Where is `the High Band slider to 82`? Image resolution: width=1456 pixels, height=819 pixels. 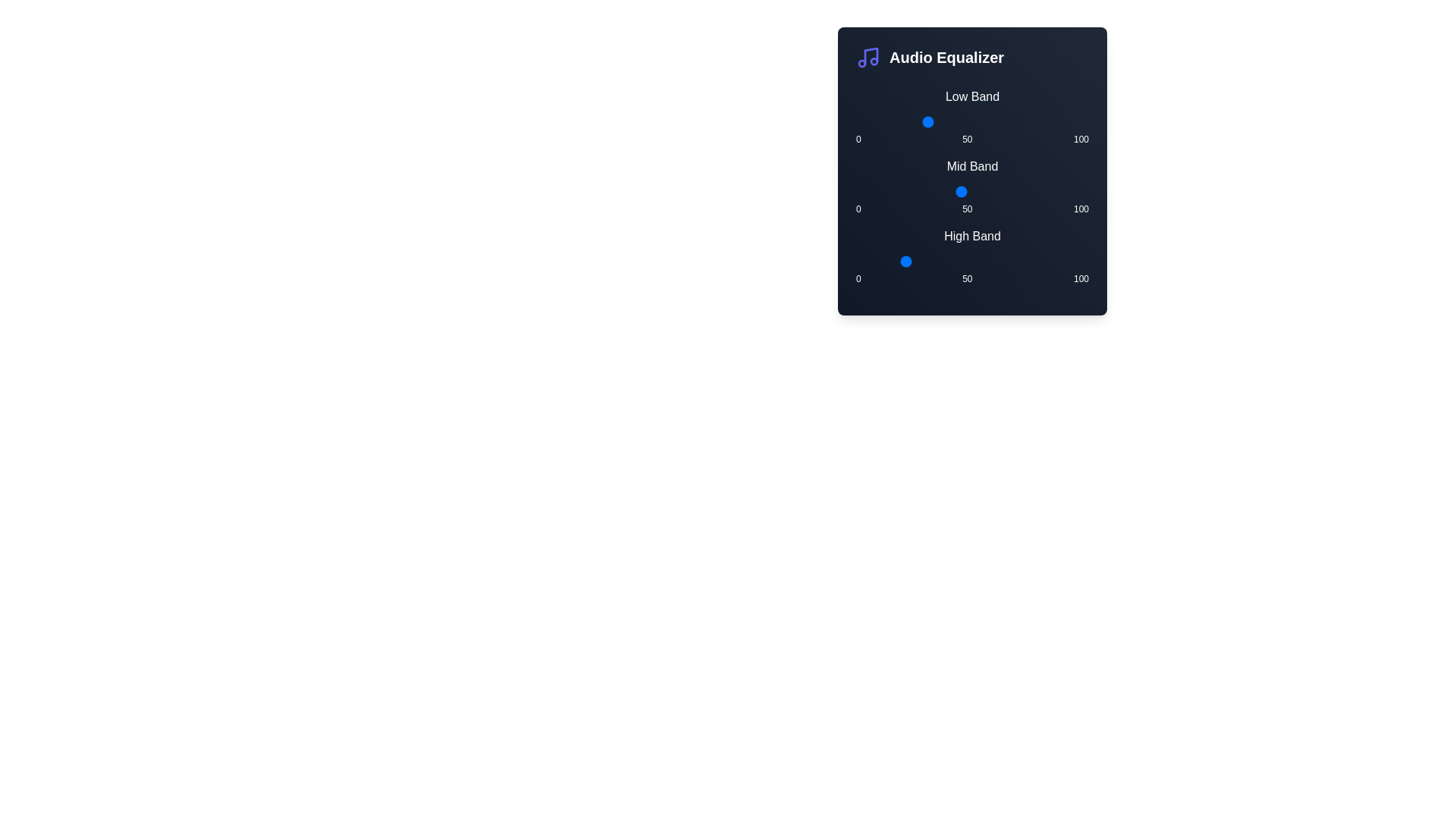
the High Band slider to 82 is located at coordinates (1046, 260).